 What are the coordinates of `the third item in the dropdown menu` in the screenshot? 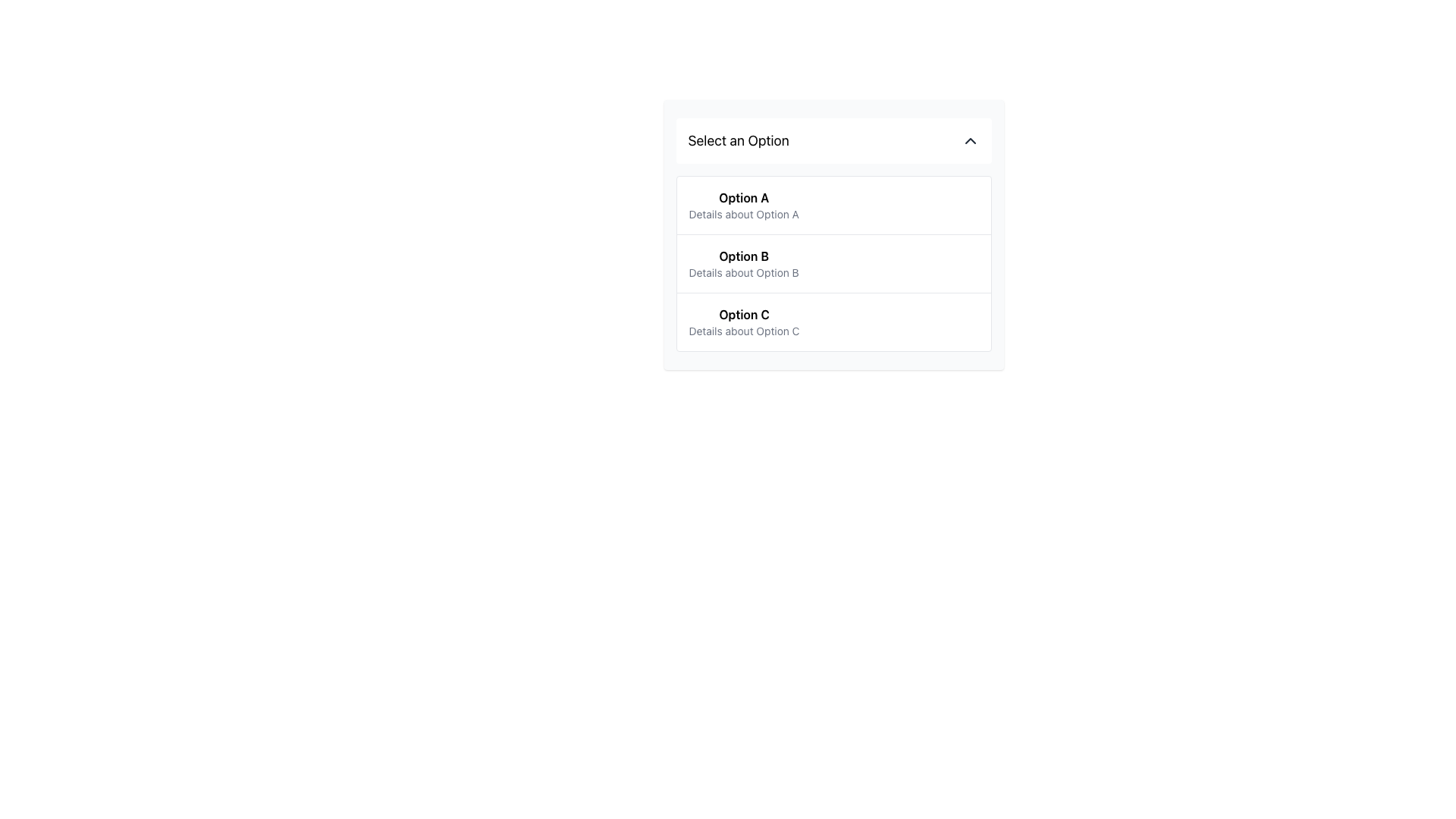 It's located at (744, 321).